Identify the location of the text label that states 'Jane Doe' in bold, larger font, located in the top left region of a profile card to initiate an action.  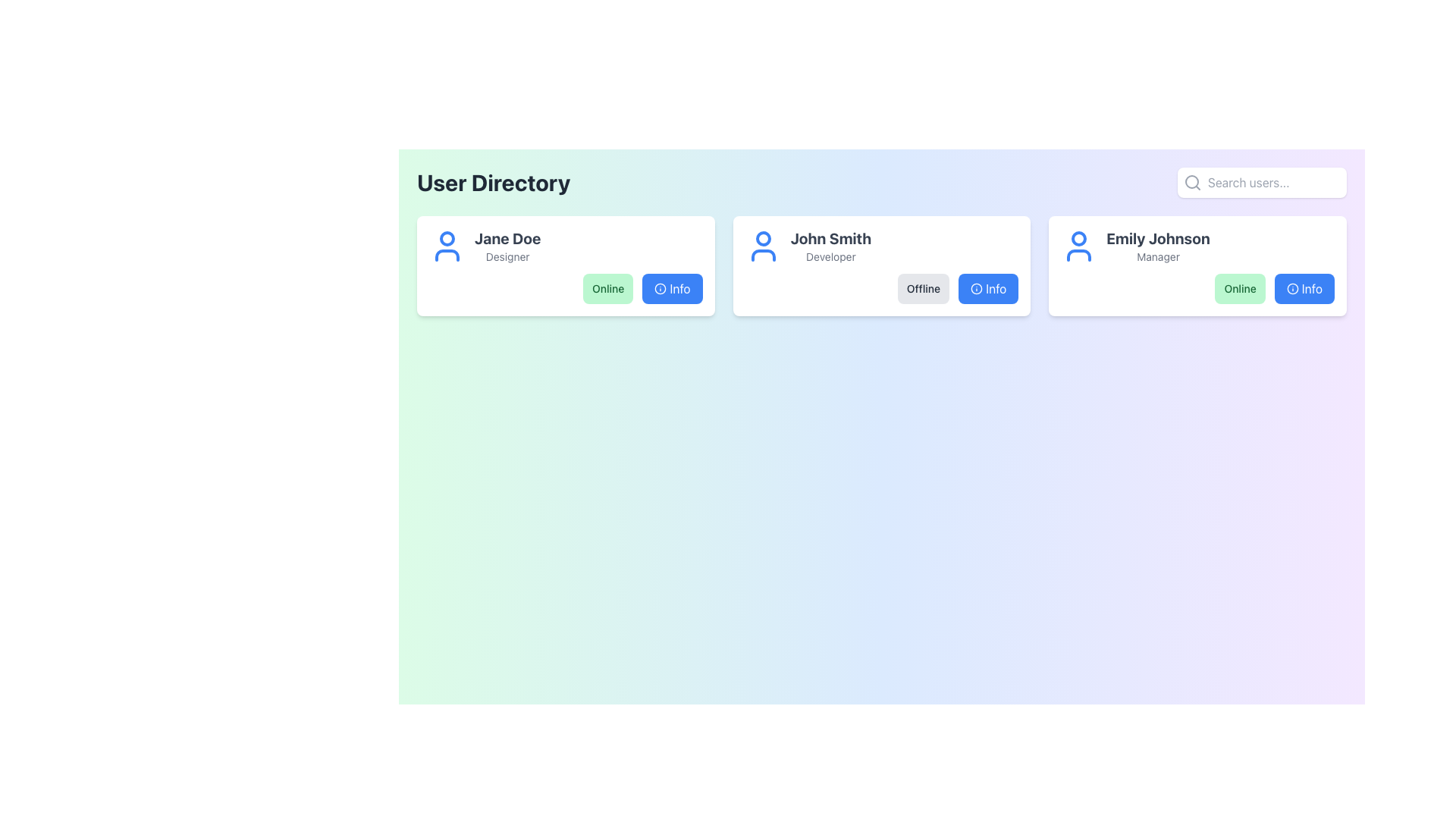
(507, 239).